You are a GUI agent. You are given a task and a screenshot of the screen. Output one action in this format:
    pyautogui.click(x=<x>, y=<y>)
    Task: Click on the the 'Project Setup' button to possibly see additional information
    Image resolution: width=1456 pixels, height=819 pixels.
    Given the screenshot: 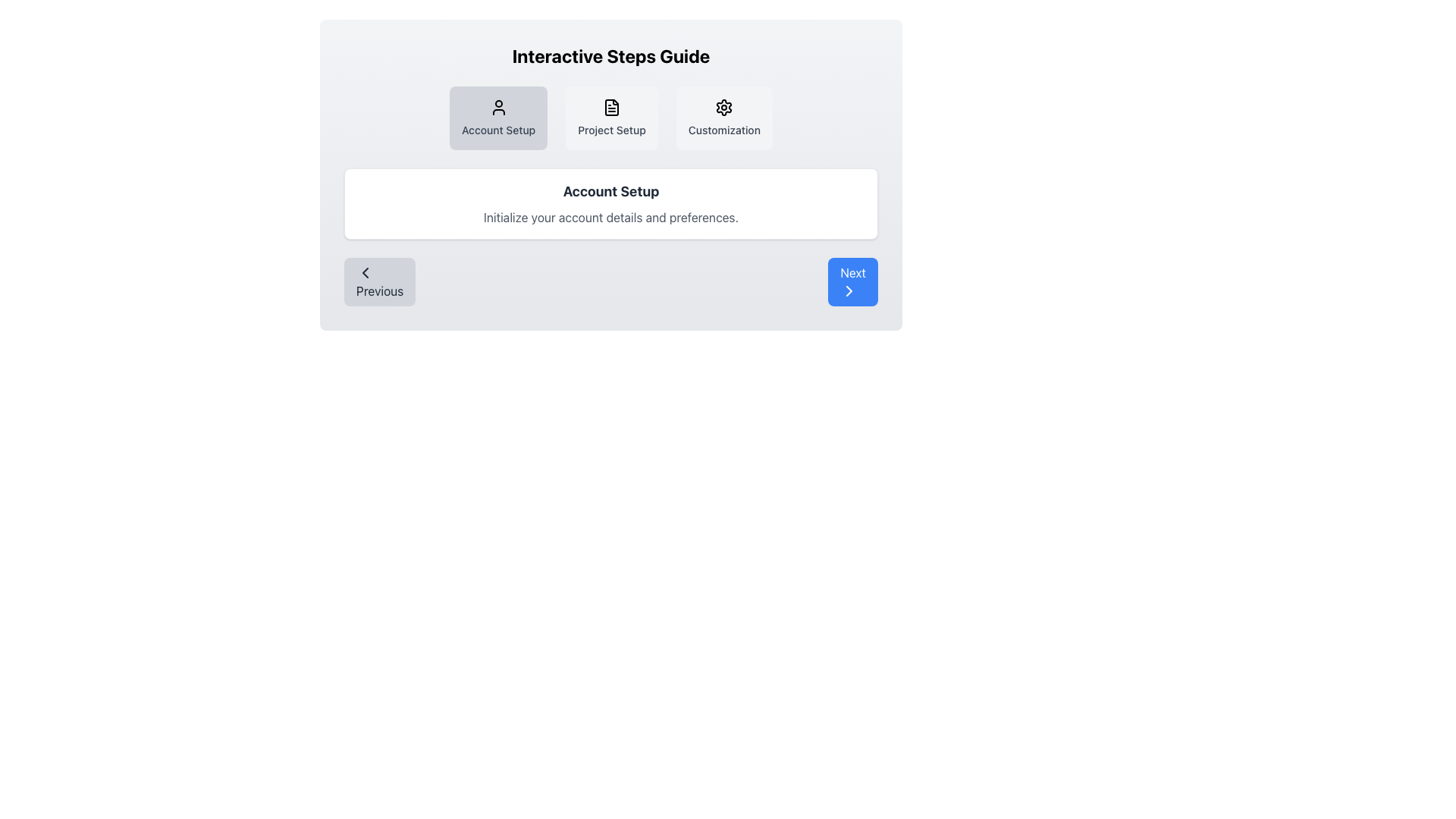 What is the action you would take?
    pyautogui.click(x=611, y=117)
    